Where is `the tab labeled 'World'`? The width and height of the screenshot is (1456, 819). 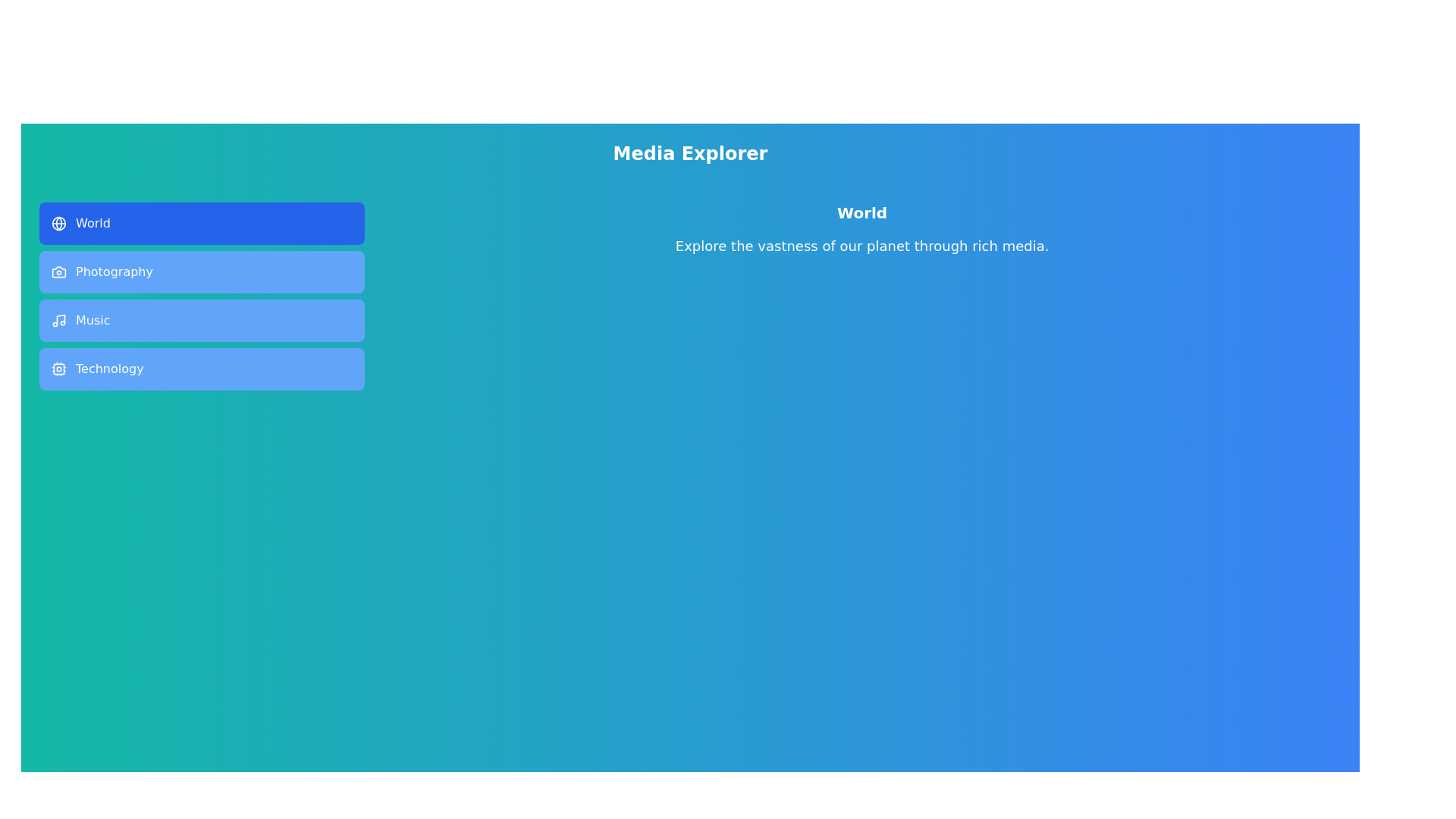
the tab labeled 'World' is located at coordinates (201, 223).